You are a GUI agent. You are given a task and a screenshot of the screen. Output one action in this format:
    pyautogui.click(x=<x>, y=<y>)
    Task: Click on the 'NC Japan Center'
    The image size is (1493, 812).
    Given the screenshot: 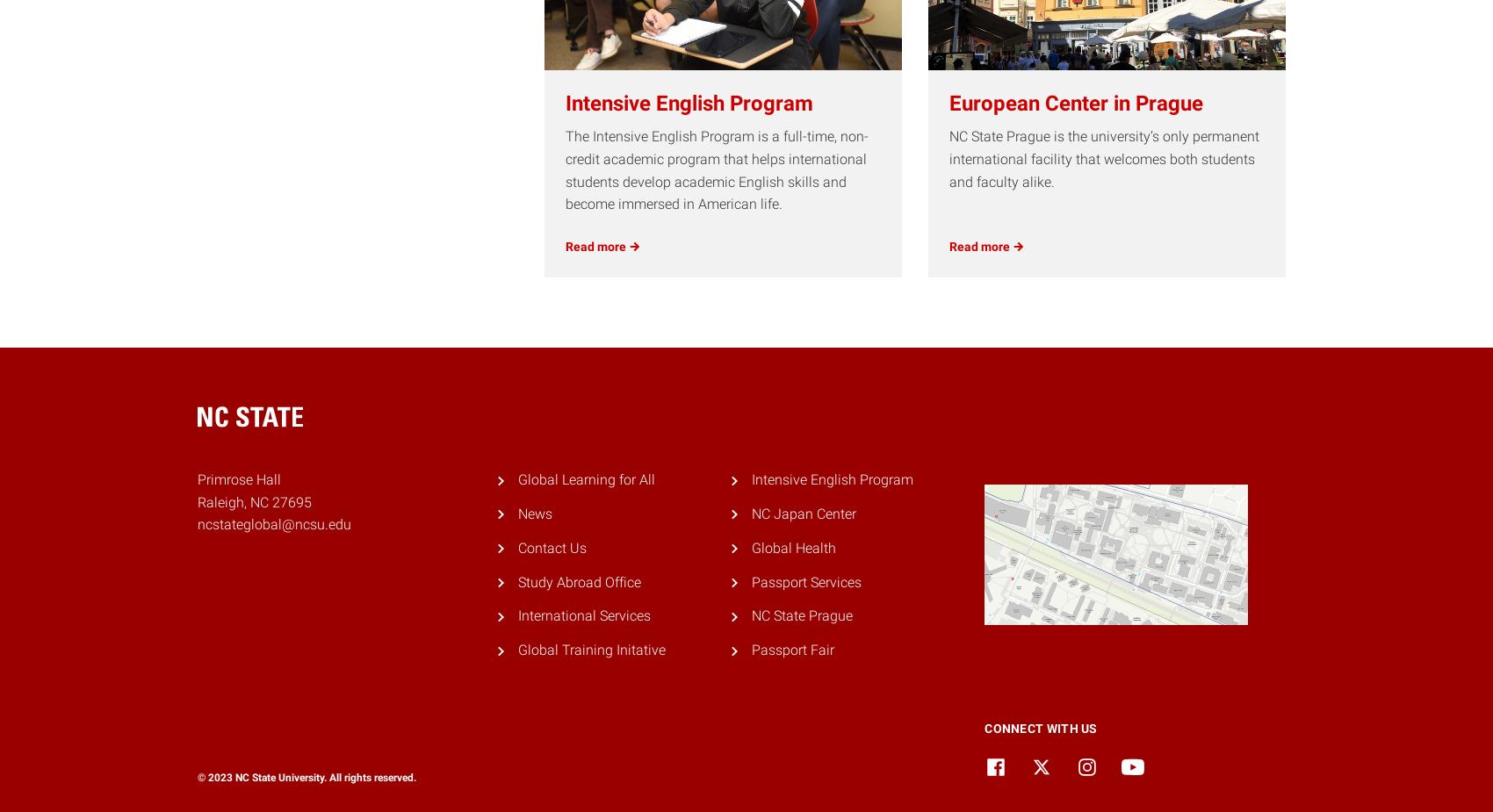 What is the action you would take?
    pyautogui.click(x=803, y=513)
    